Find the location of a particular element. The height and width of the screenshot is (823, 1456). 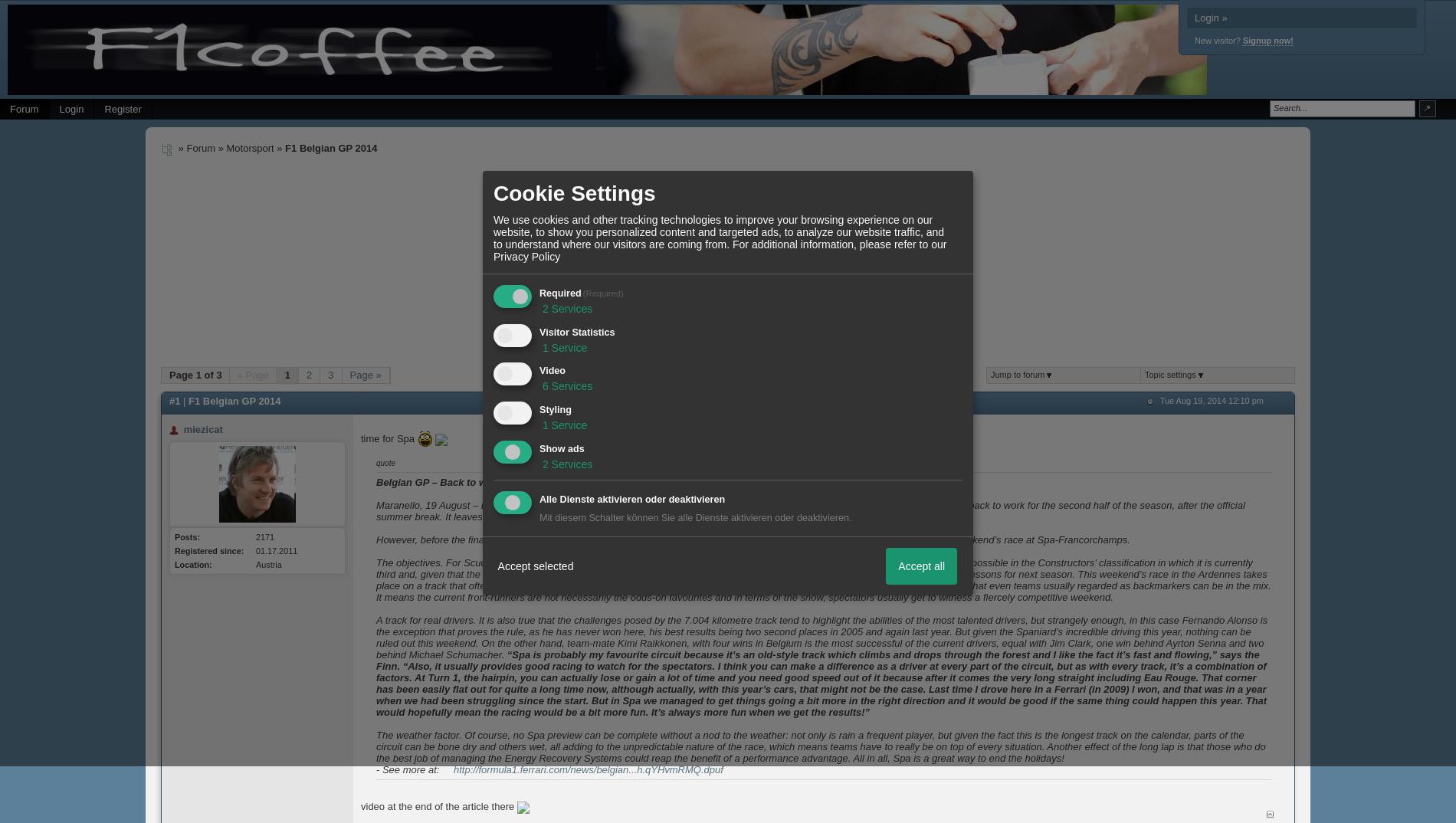

'Motorsport' is located at coordinates (249, 148).